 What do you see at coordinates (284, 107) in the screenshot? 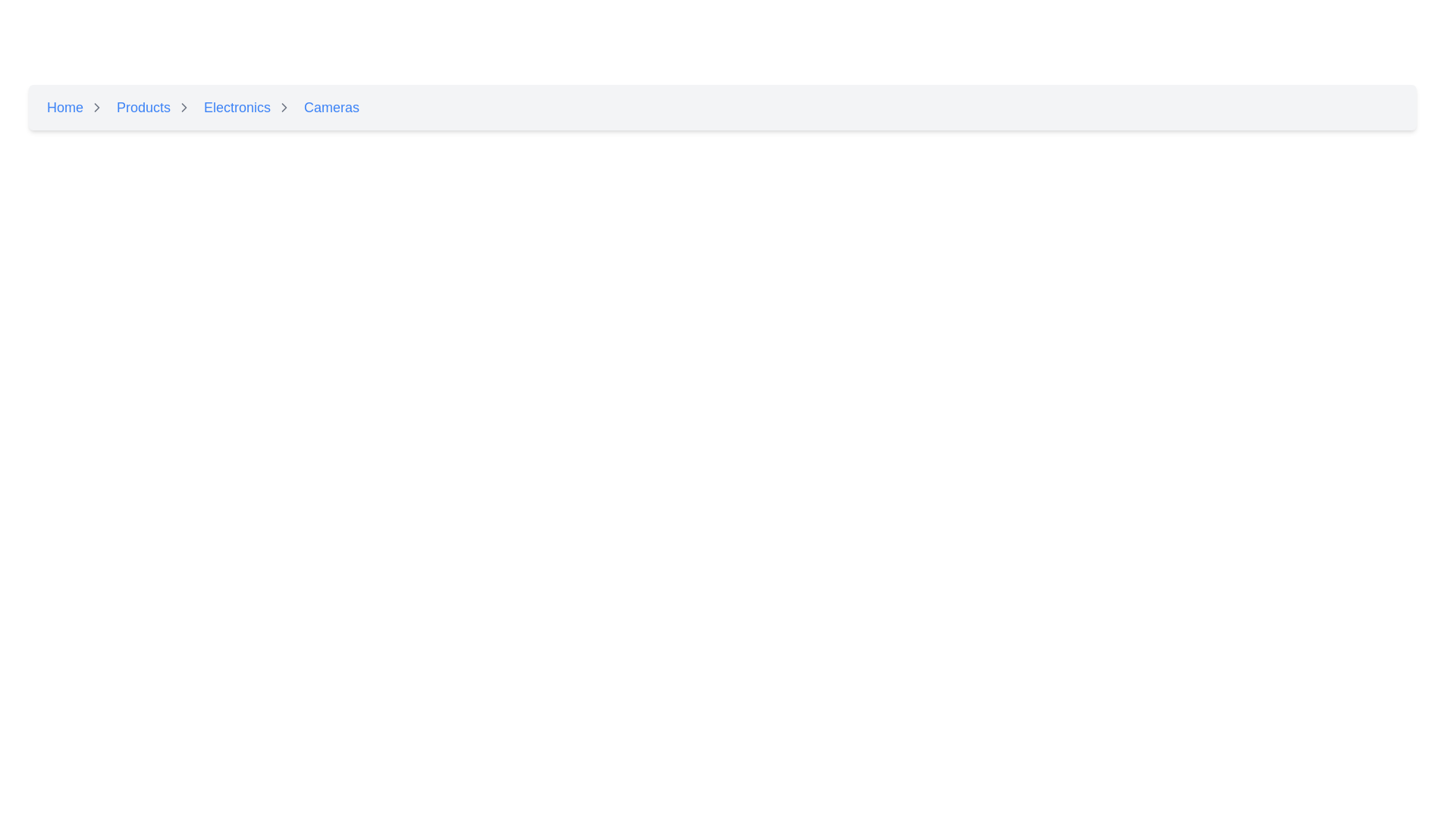
I see `the rightward-pointing chevron arrow icon in the breadcrumb navigation bar, which is styled in gray and serves as a visual delimiter between 'Electronics' and 'Cameras'` at bounding box center [284, 107].